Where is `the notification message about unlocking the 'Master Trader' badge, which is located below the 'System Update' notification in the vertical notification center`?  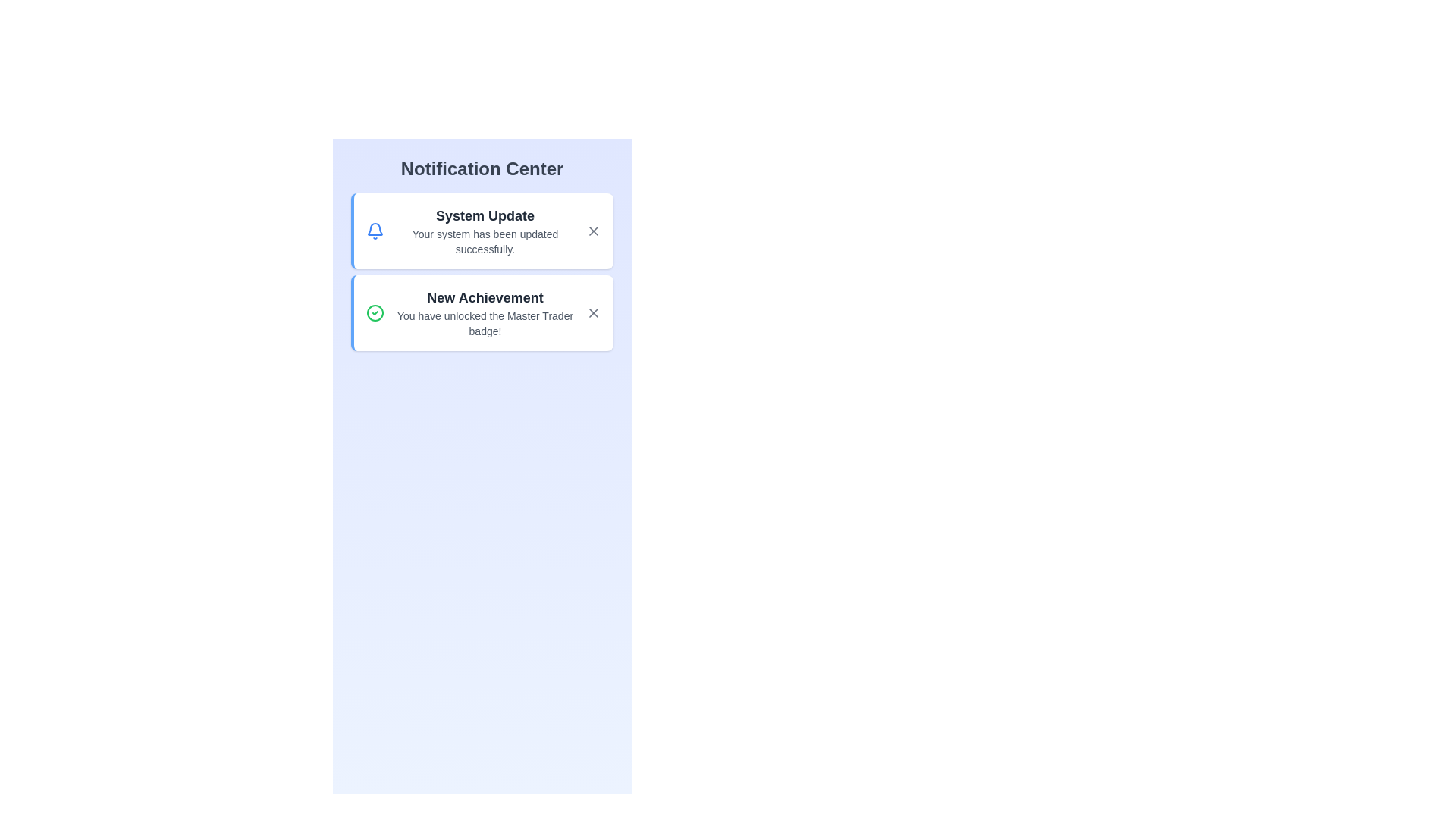
the notification message about unlocking the 'Master Trader' badge, which is located below the 'System Update' notification in the vertical notification center is located at coordinates (484, 312).